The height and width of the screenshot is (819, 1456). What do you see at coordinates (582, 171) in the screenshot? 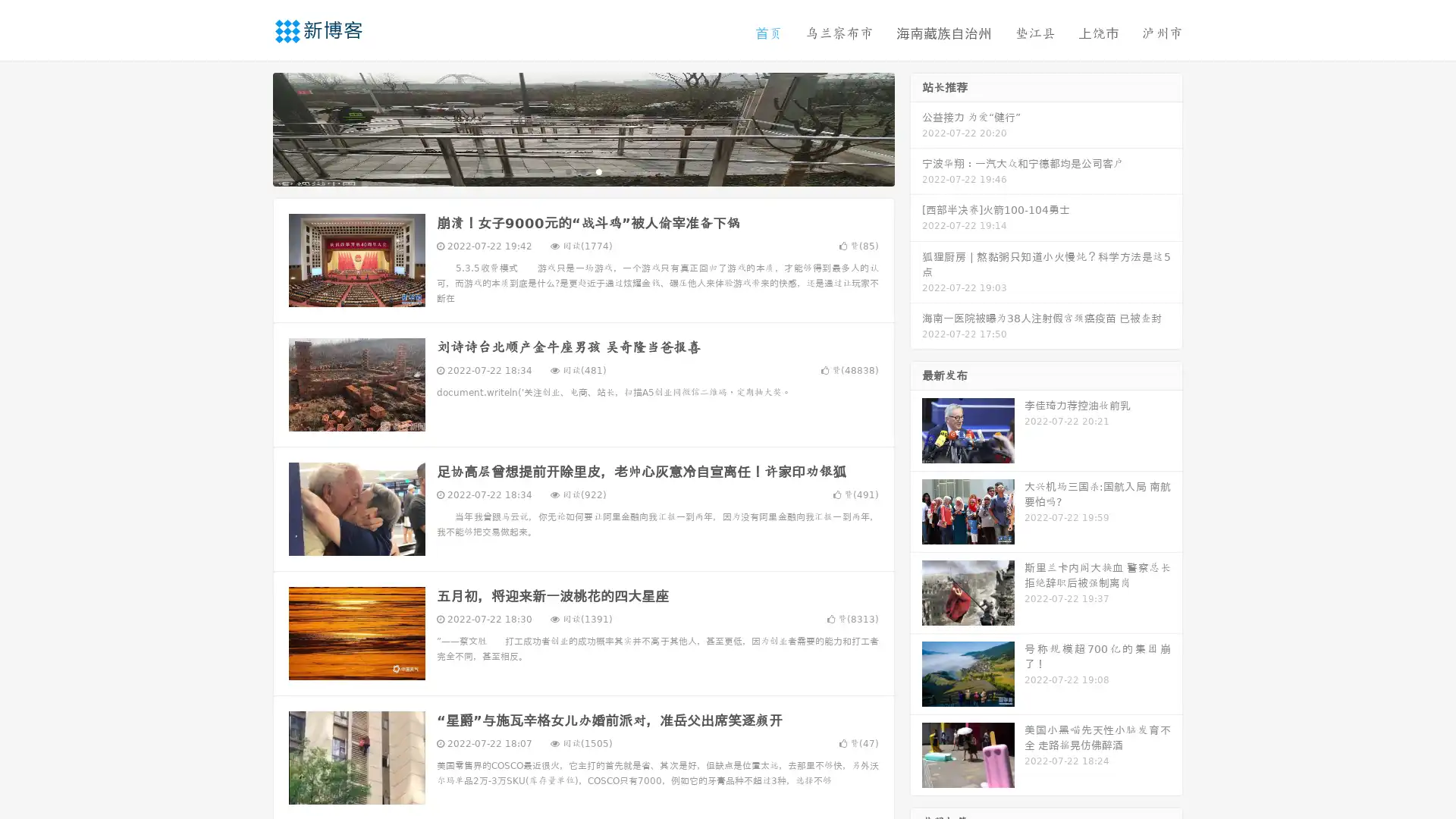
I see `Go to slide 2` at bounding box center [582, 171].